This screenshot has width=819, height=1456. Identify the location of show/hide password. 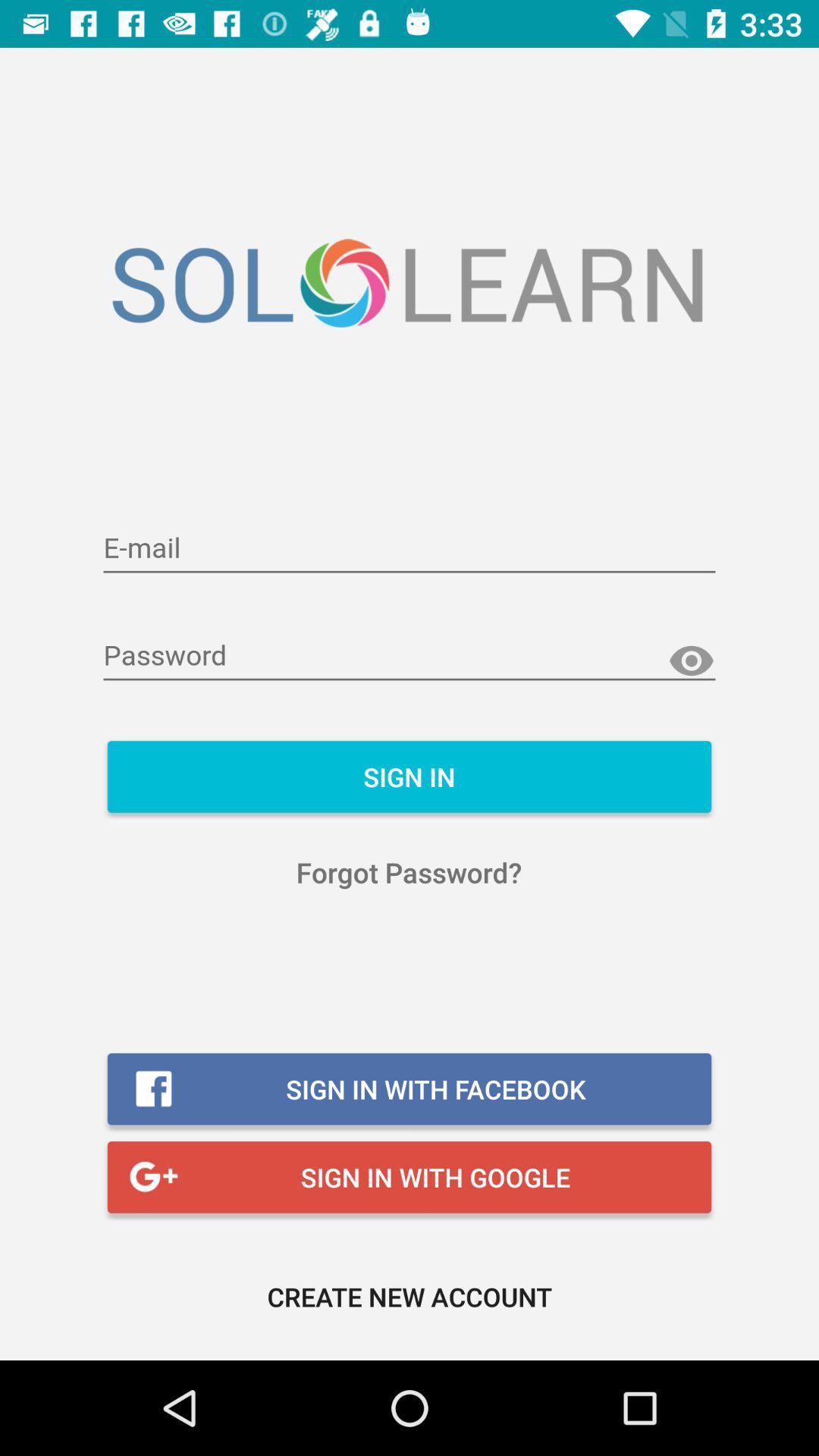
(691, 661).